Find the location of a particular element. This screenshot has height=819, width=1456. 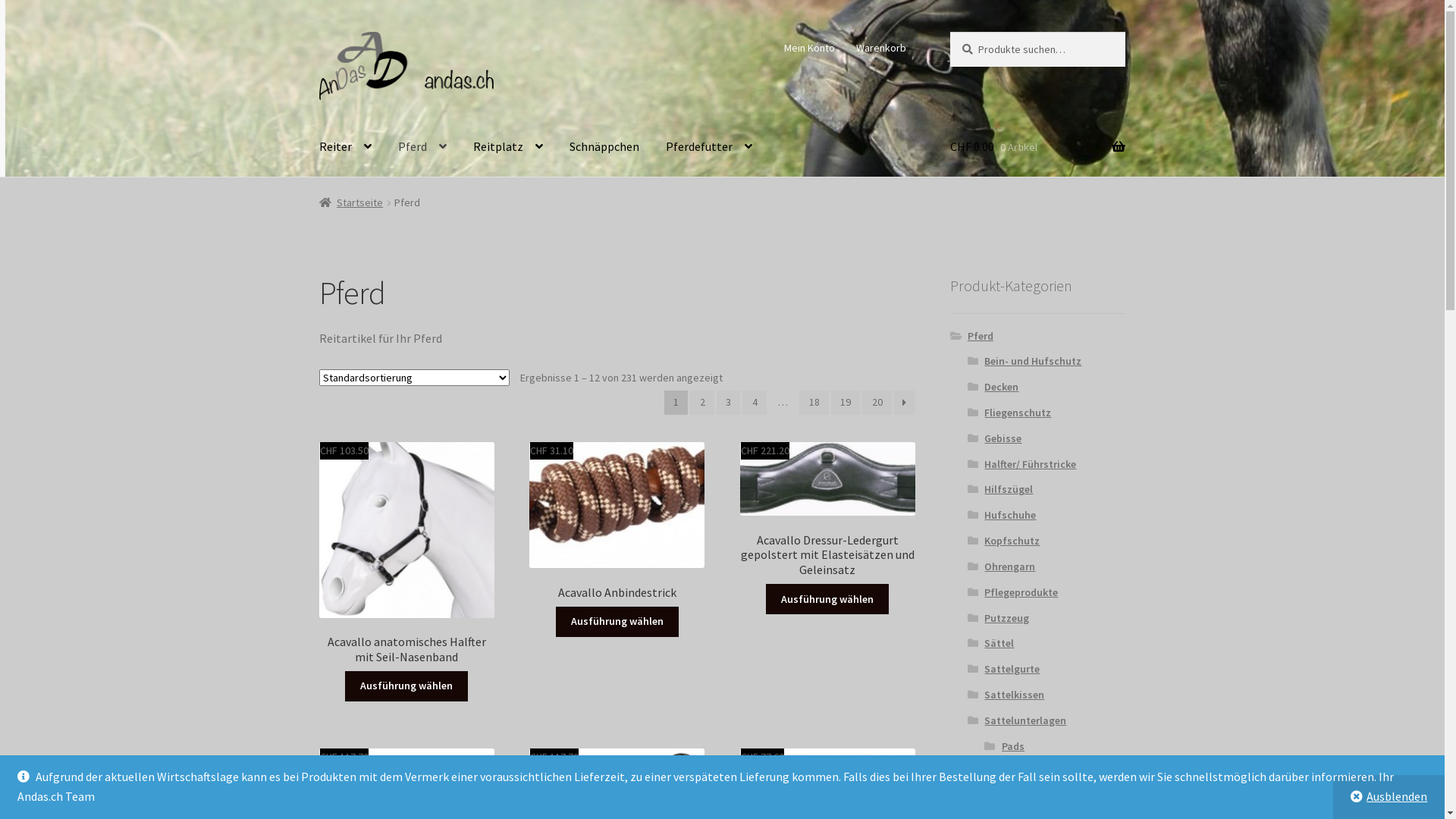

'Kopfschutz' is located at coordinates (984, 540).